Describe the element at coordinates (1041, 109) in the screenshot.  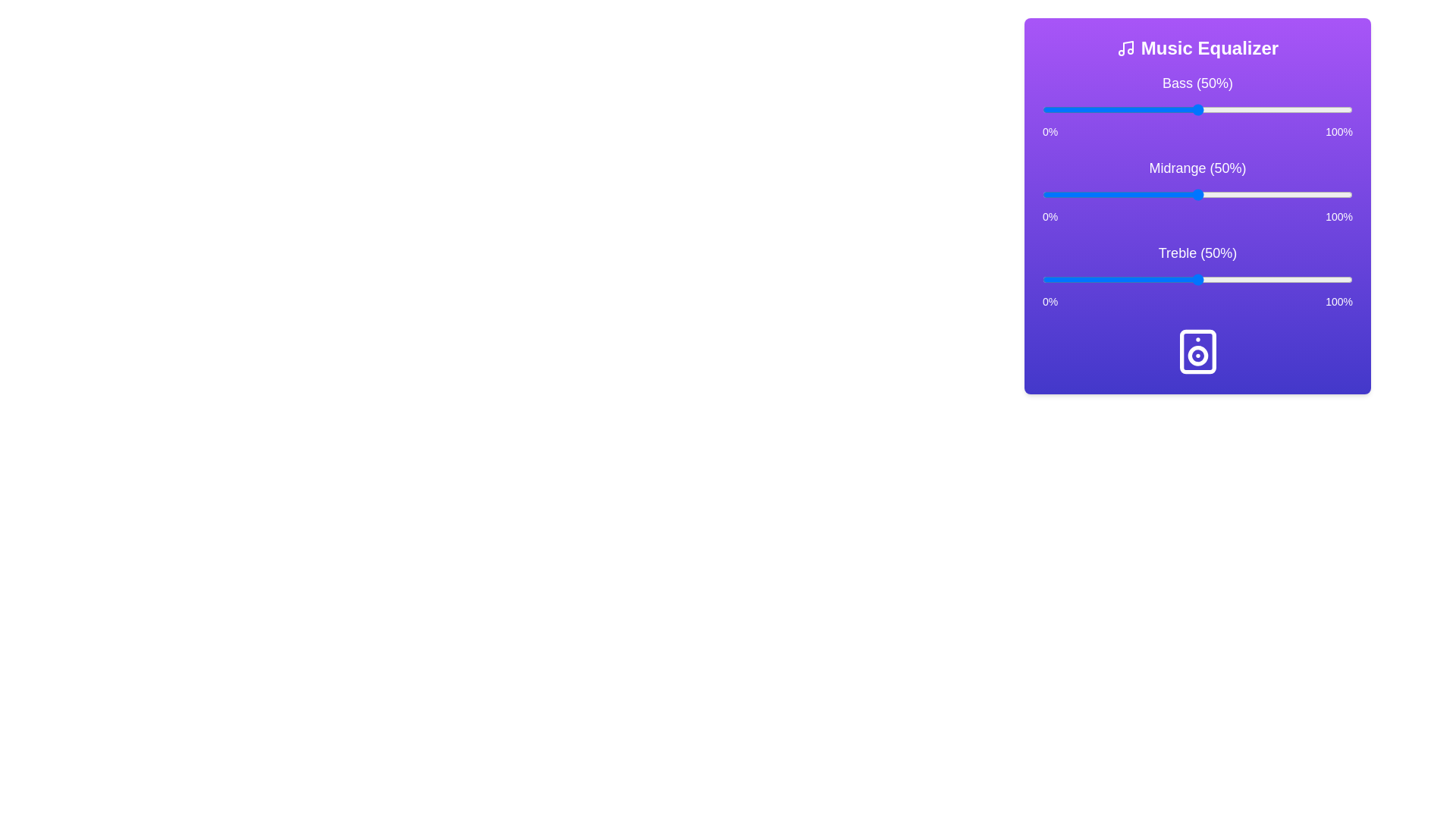
I see `the bass slider to 0%` at that location.